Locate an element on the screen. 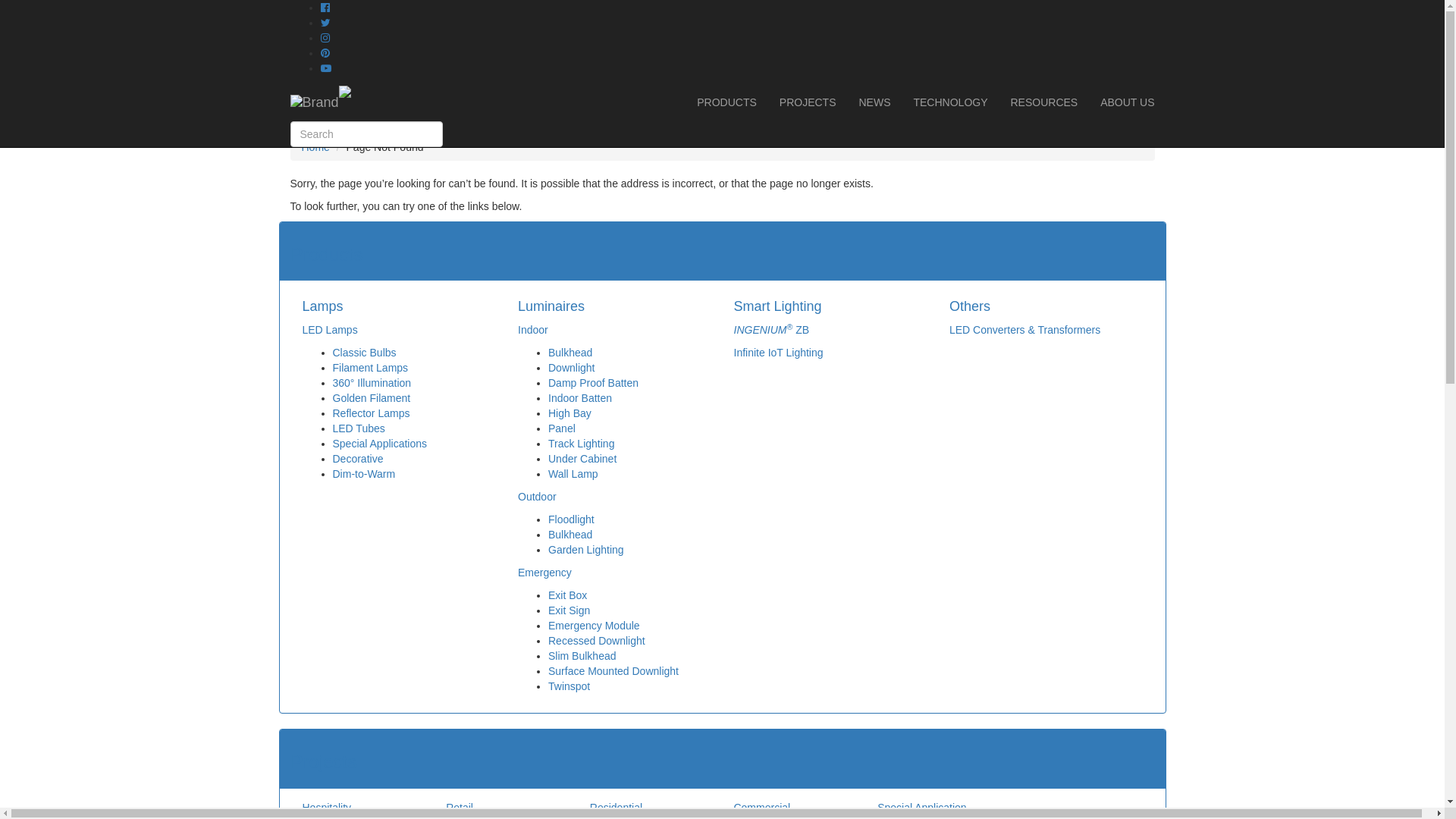 The image size is (1456, 819). 'Wall Lamp' is located at coordinates (573, 472).